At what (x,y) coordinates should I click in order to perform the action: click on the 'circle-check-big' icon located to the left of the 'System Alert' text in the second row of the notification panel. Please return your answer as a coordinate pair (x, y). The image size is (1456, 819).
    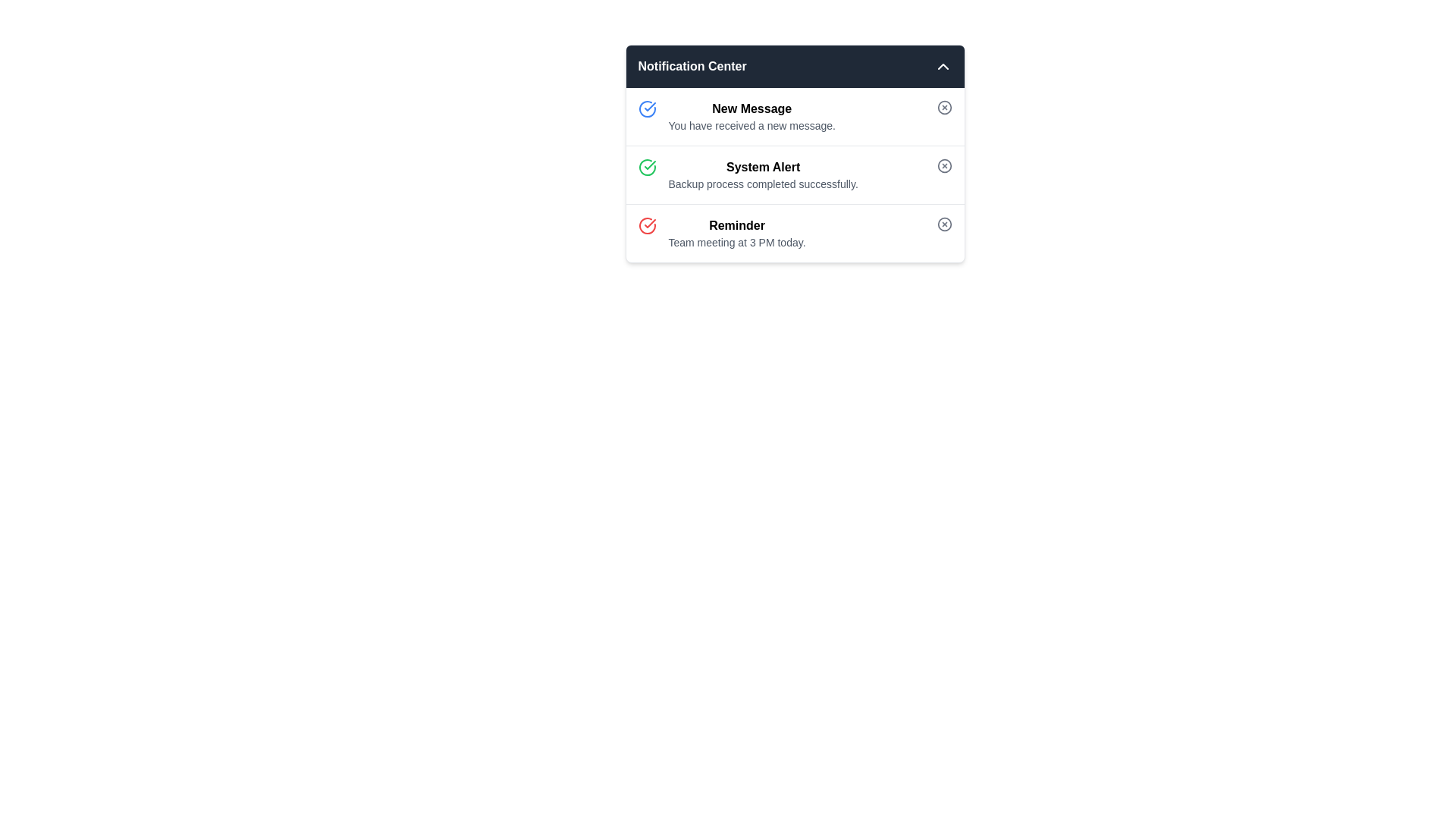
    Looking at the image, I should click on (647, 108).